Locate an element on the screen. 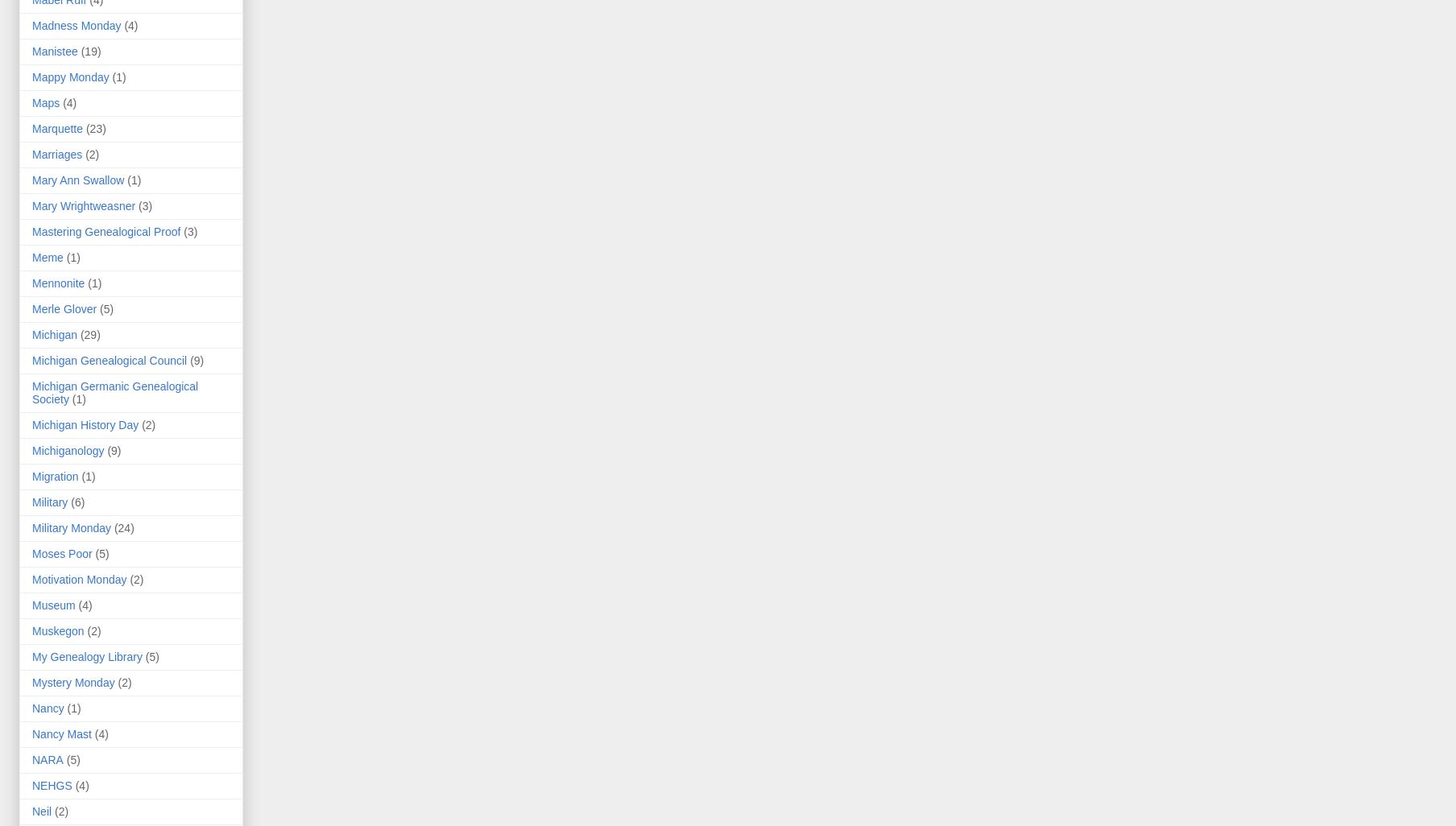  'Military' is located at coordinates (50, 502).